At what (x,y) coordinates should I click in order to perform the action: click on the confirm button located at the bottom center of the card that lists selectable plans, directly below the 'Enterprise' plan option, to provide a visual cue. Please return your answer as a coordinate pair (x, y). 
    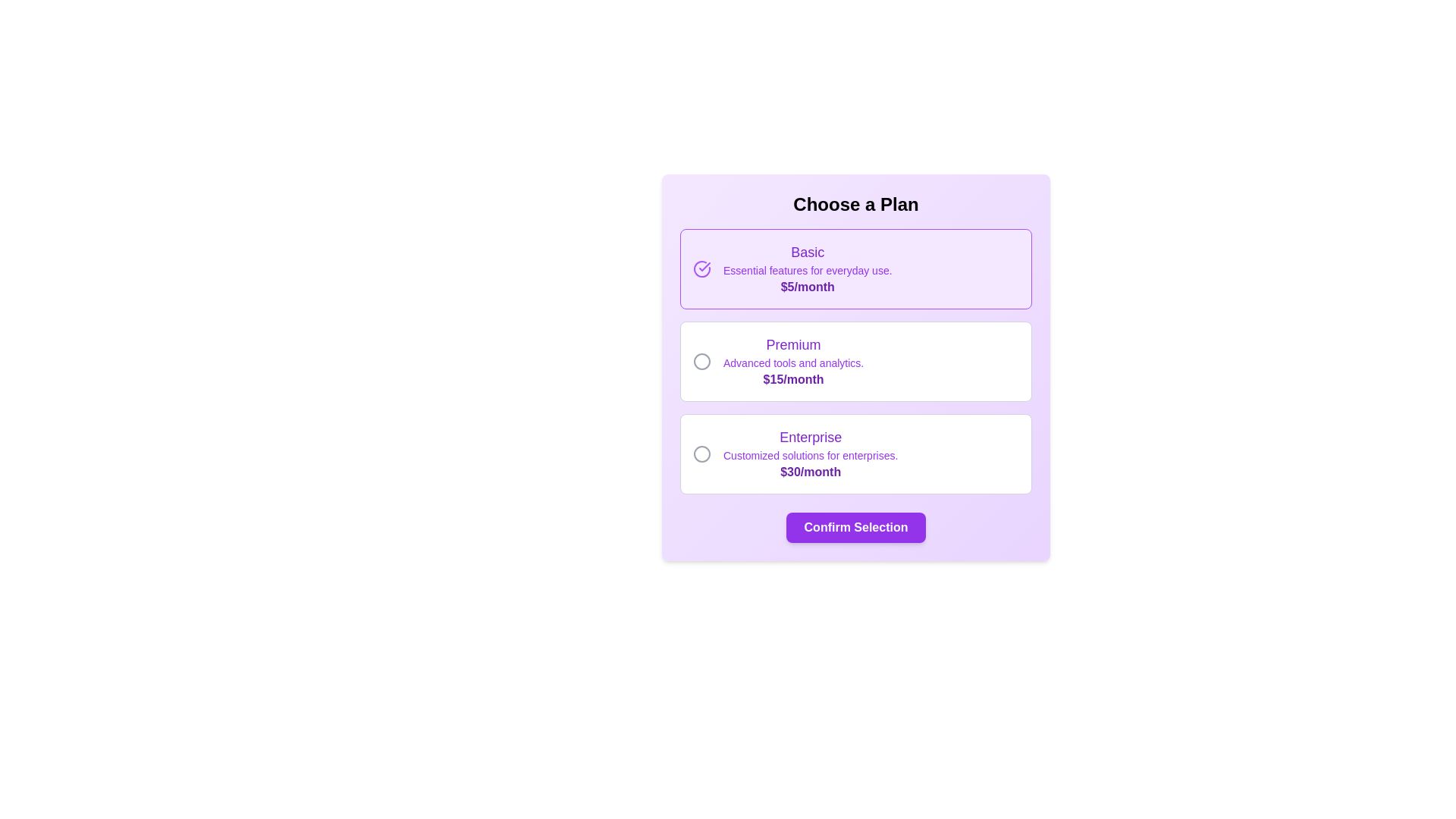
    Looking at the image, I should click on (855, 526).